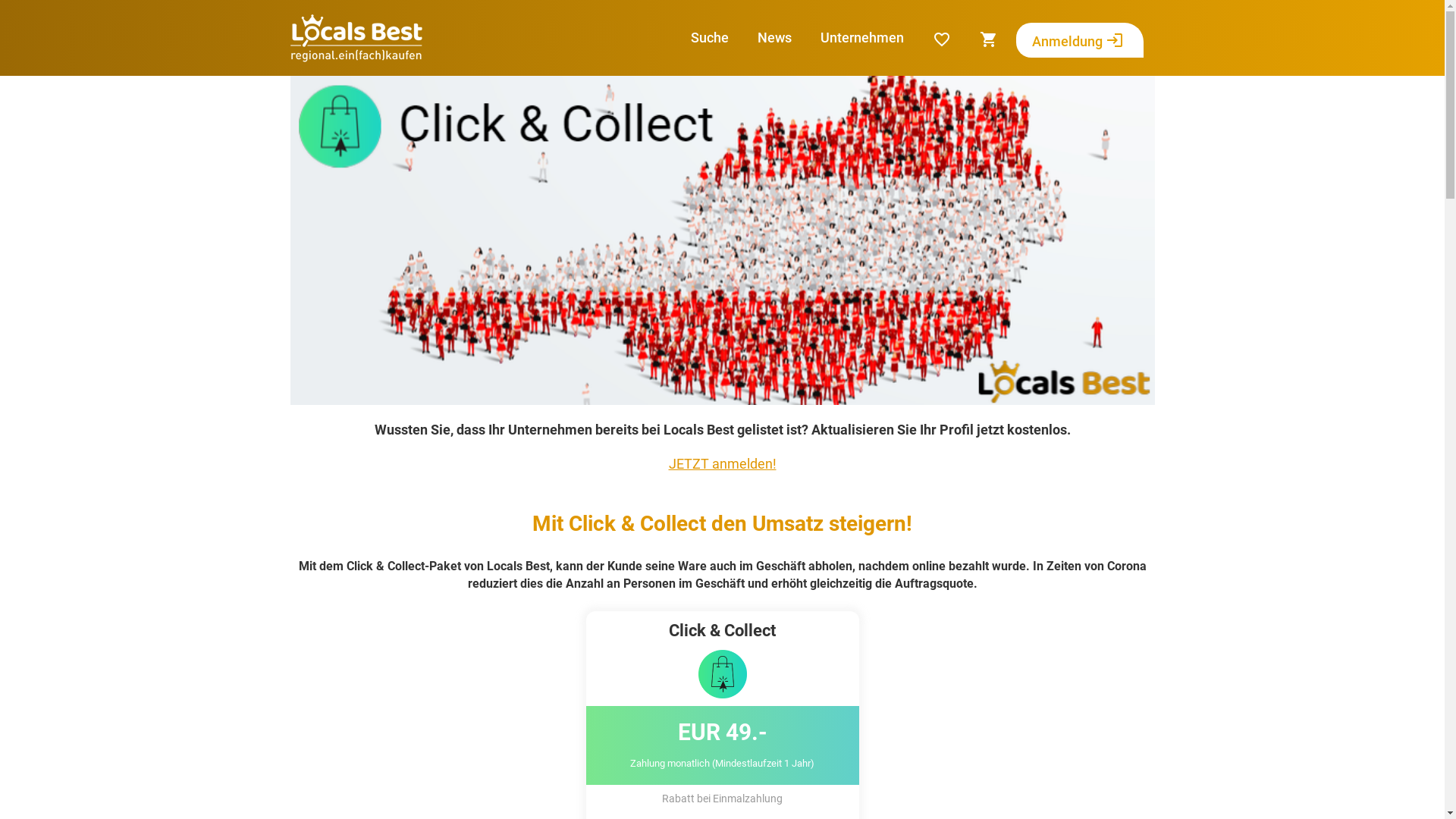  What do you see at coordinates (866, 37) in the screenshot?
I see `'Unternehmen'` at bounding box center [866, 37].